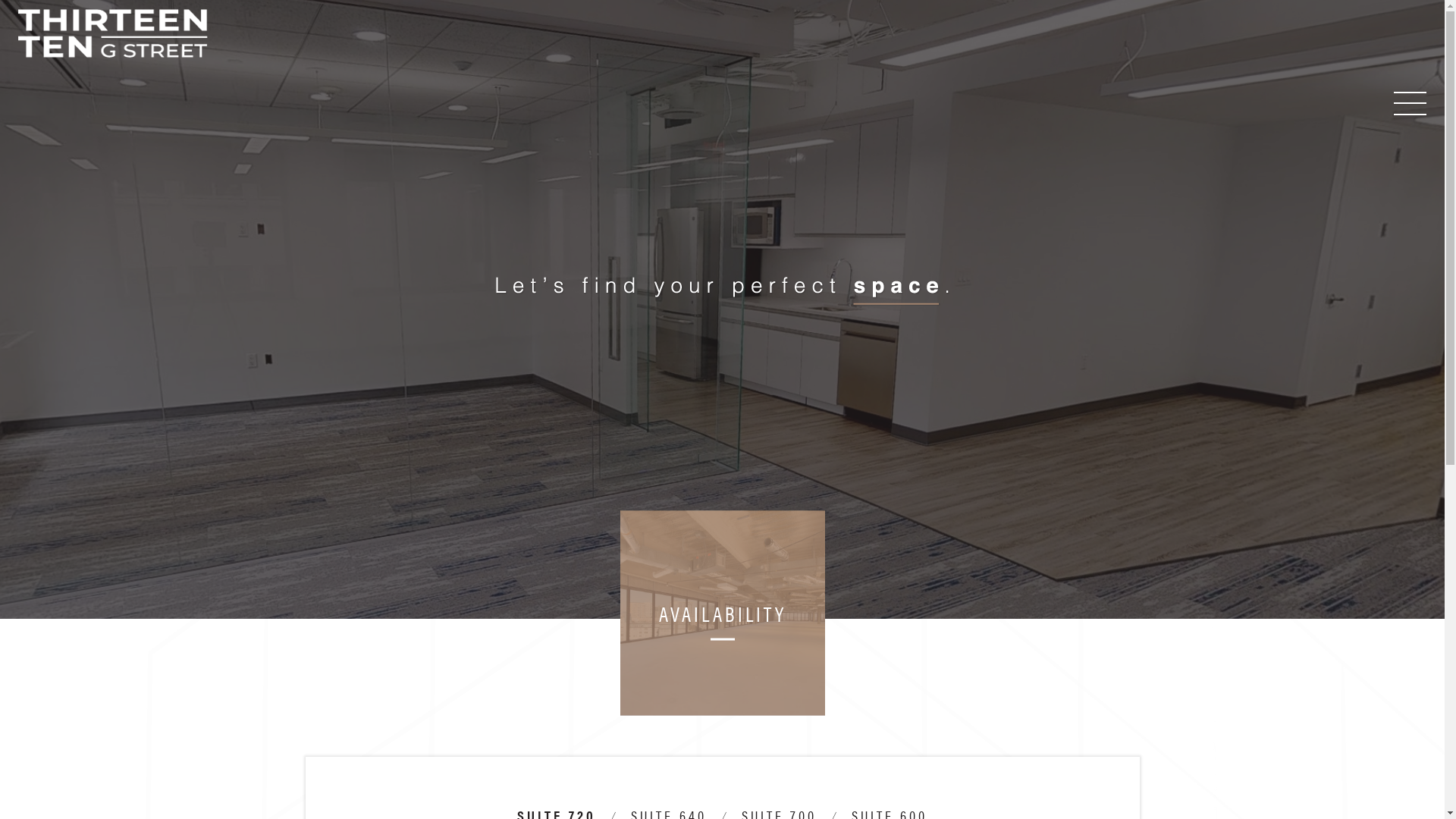  What do you see at coordinates (722, 613) in the screenshot?
I see `'AVAILABILITY'` at bounding box center [722, 613].